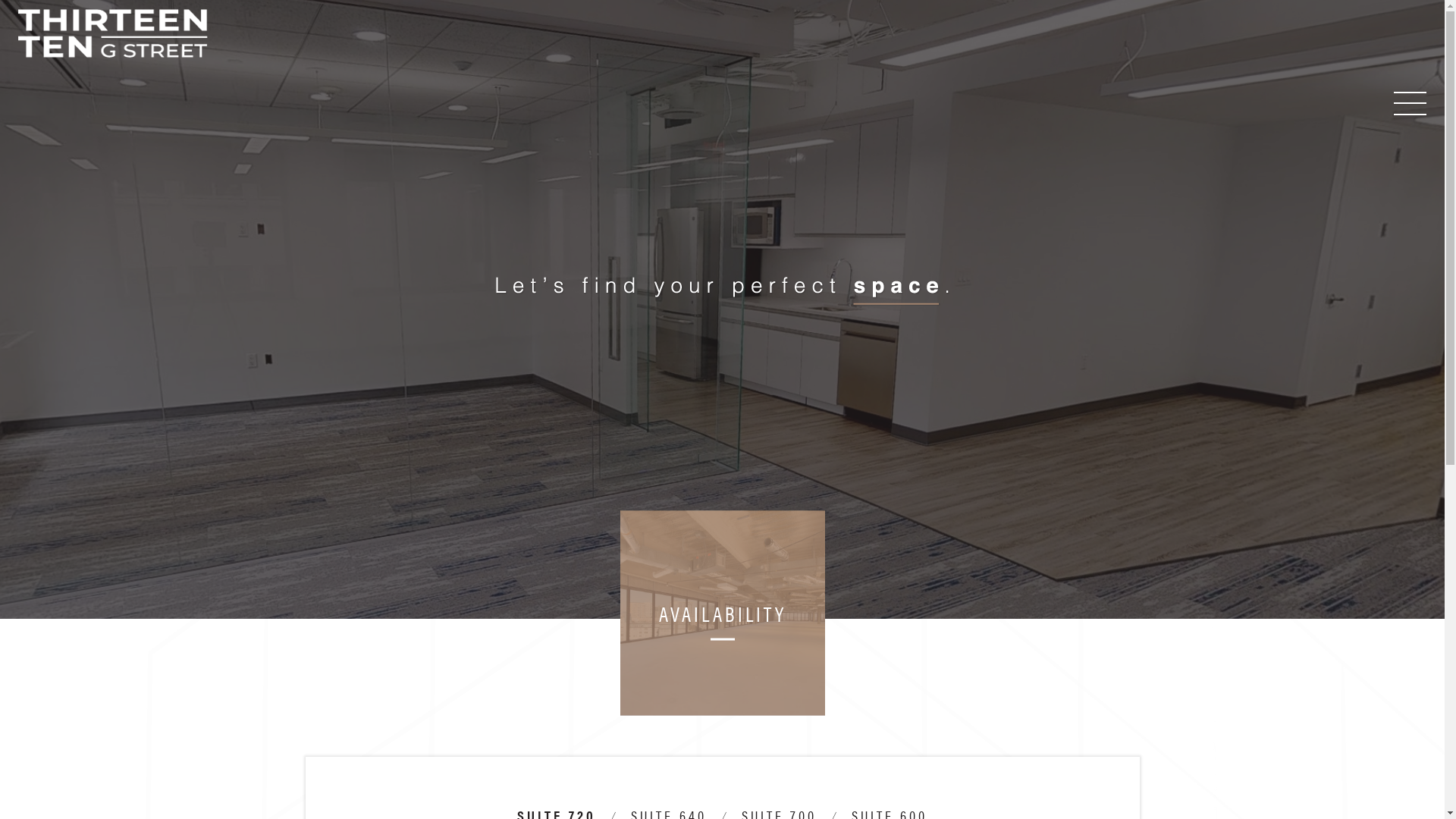  What do you see at coordinates (722, 613) in the screenshot?
I see `'AVAILABILITY'` at bounding box center [722, 613].